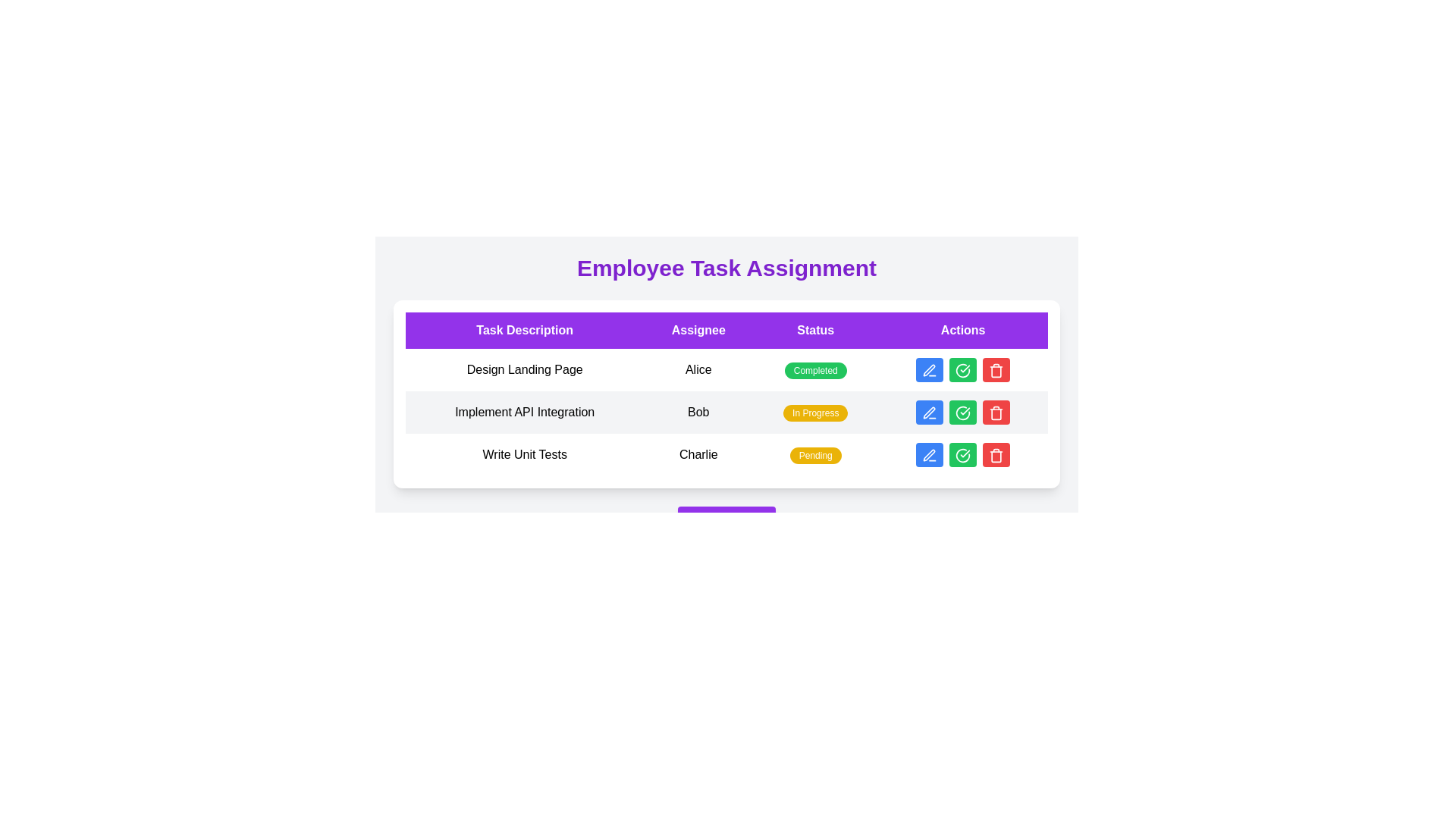  What do you see at coordinates (996, 413) in the screenshot?
I see `the trash icon button in the 'Actions' column of the second row of the task list` at bounding box center [996, 413].